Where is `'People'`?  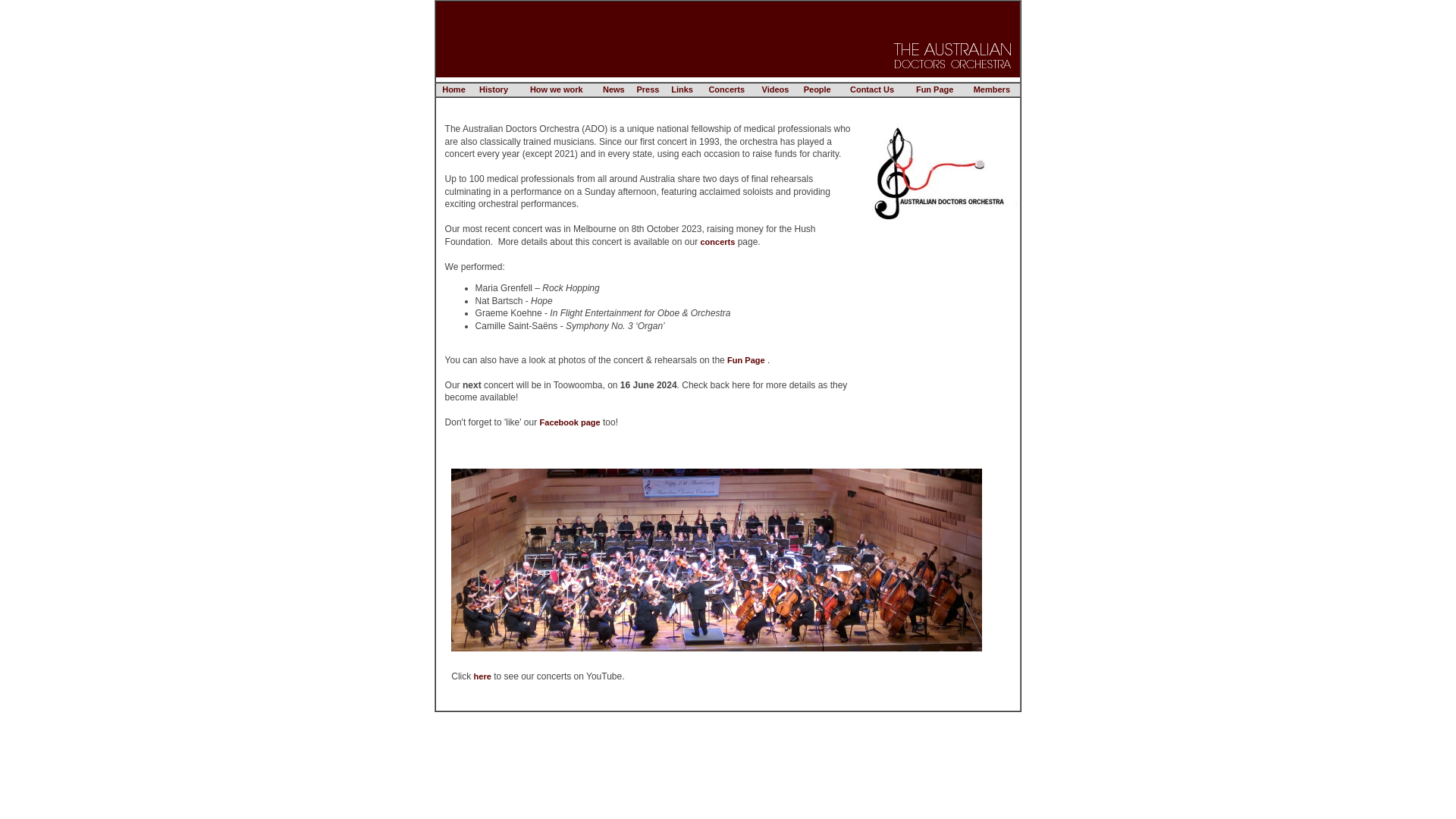 'People' is located at coordinates (803, 89).